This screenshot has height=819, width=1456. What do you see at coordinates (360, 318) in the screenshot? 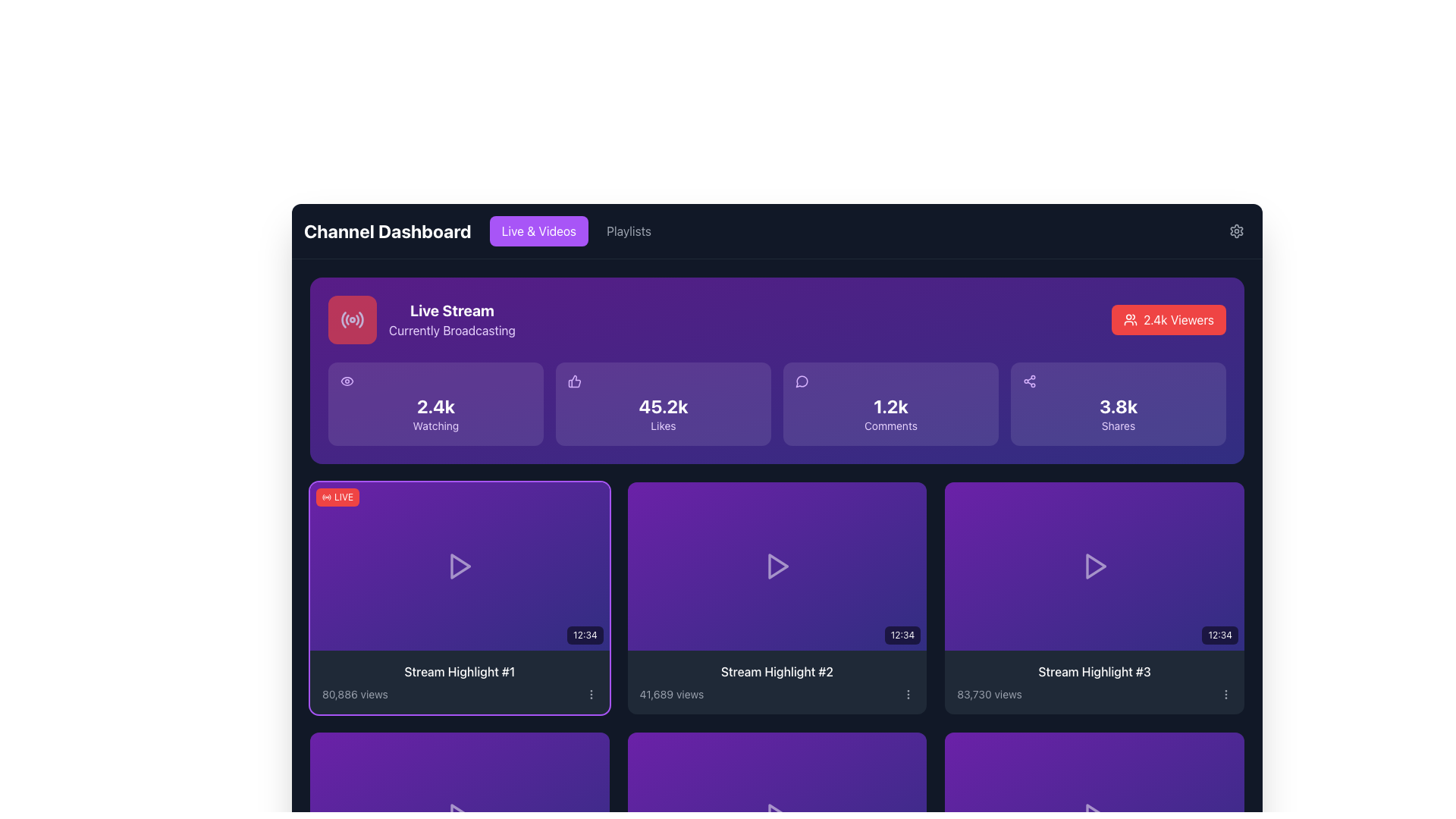
I see `the decorative icon segment that visually represents a part of the 'broadcasting' theme of the 'Live Stream' widget, which is the fifth segment of the radio wave located on the left-hand side of the main dashboard interface` at bounding box center [360, 318].